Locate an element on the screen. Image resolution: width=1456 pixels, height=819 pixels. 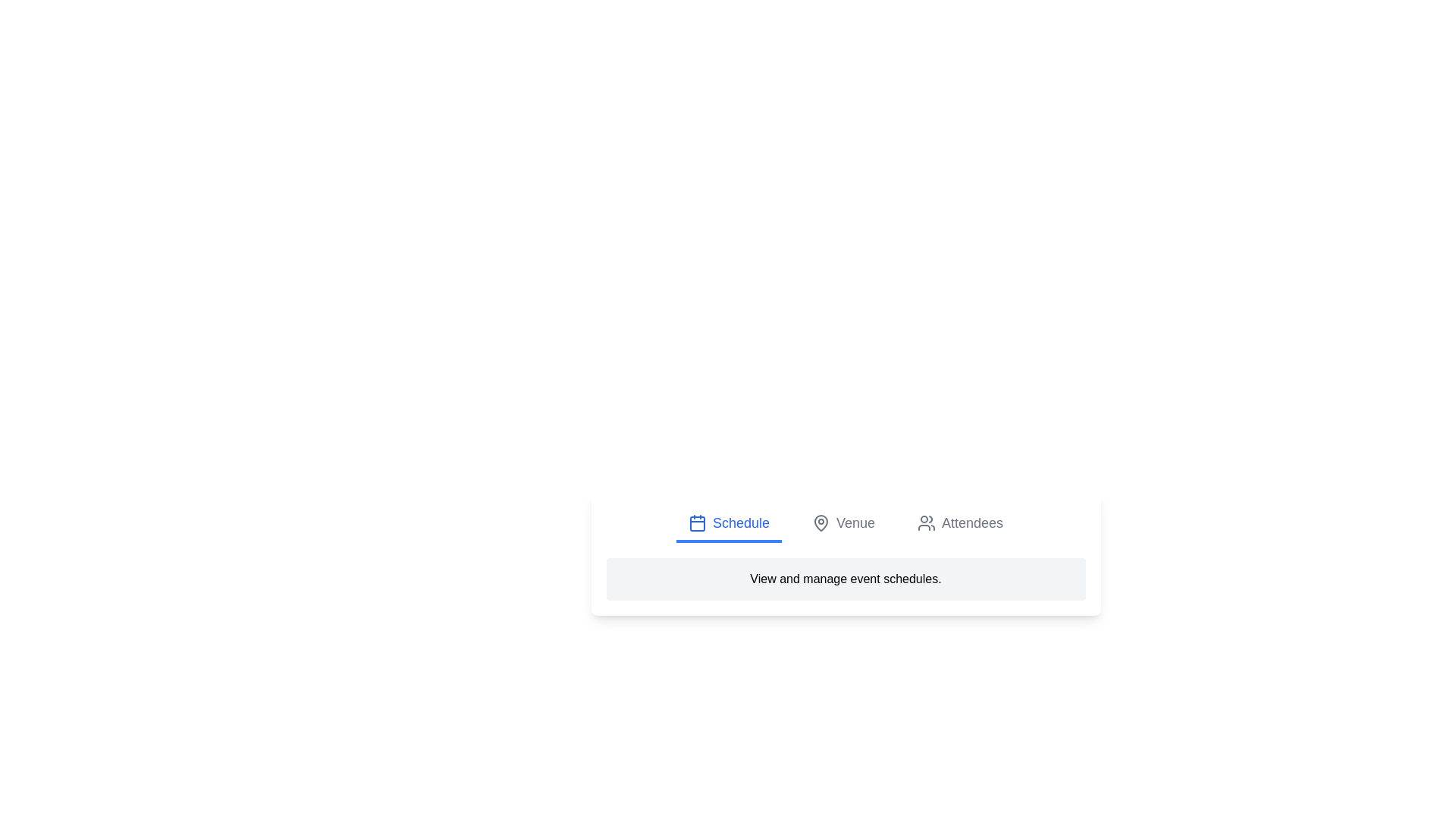
the Venue tab by clicking on it is located at coordinates (843, 523).